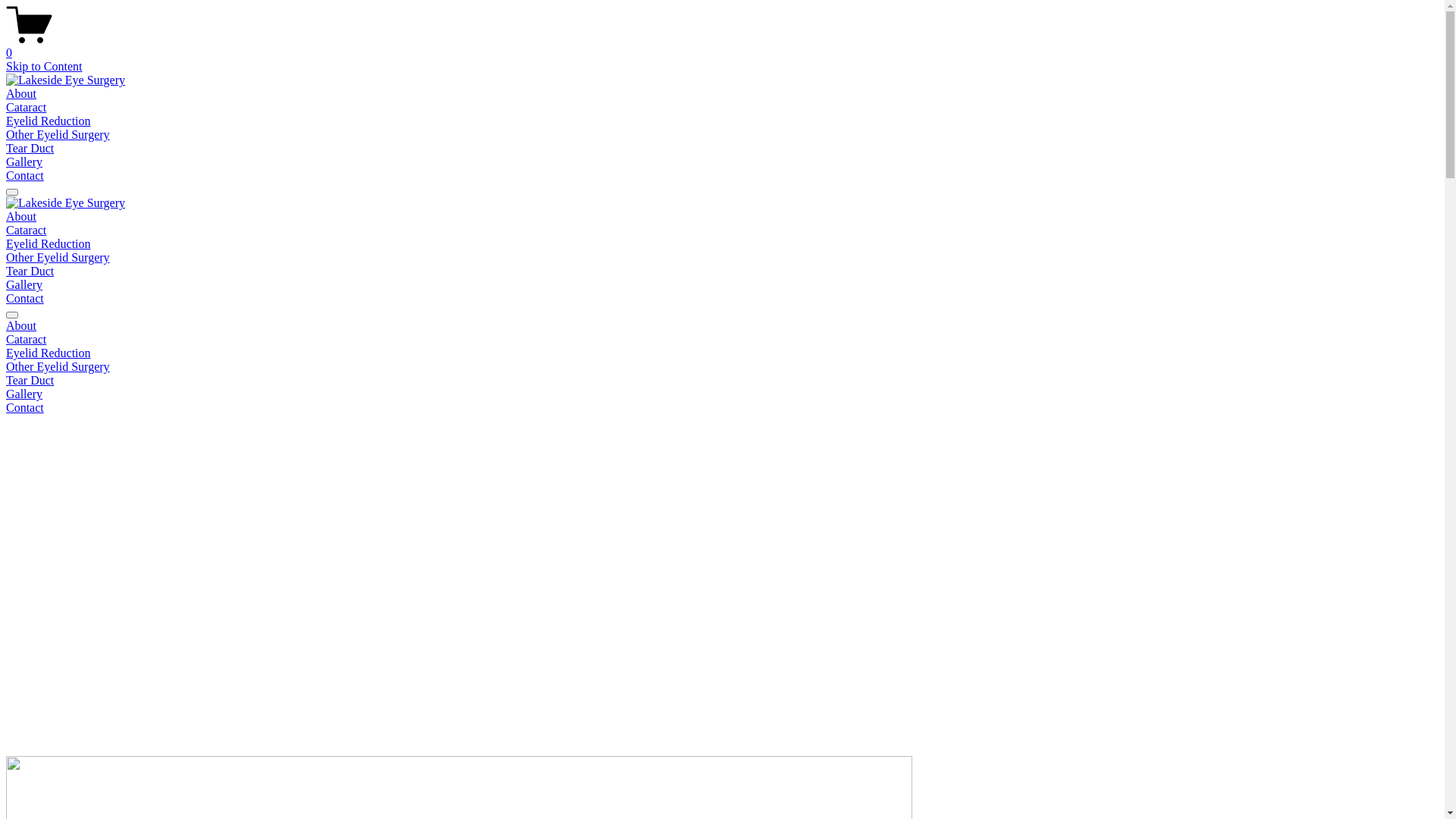  What do you see at coordinates (30, 270) in the screenshot?
I see `'Tear Duct'` at bounding box center [30, 270].